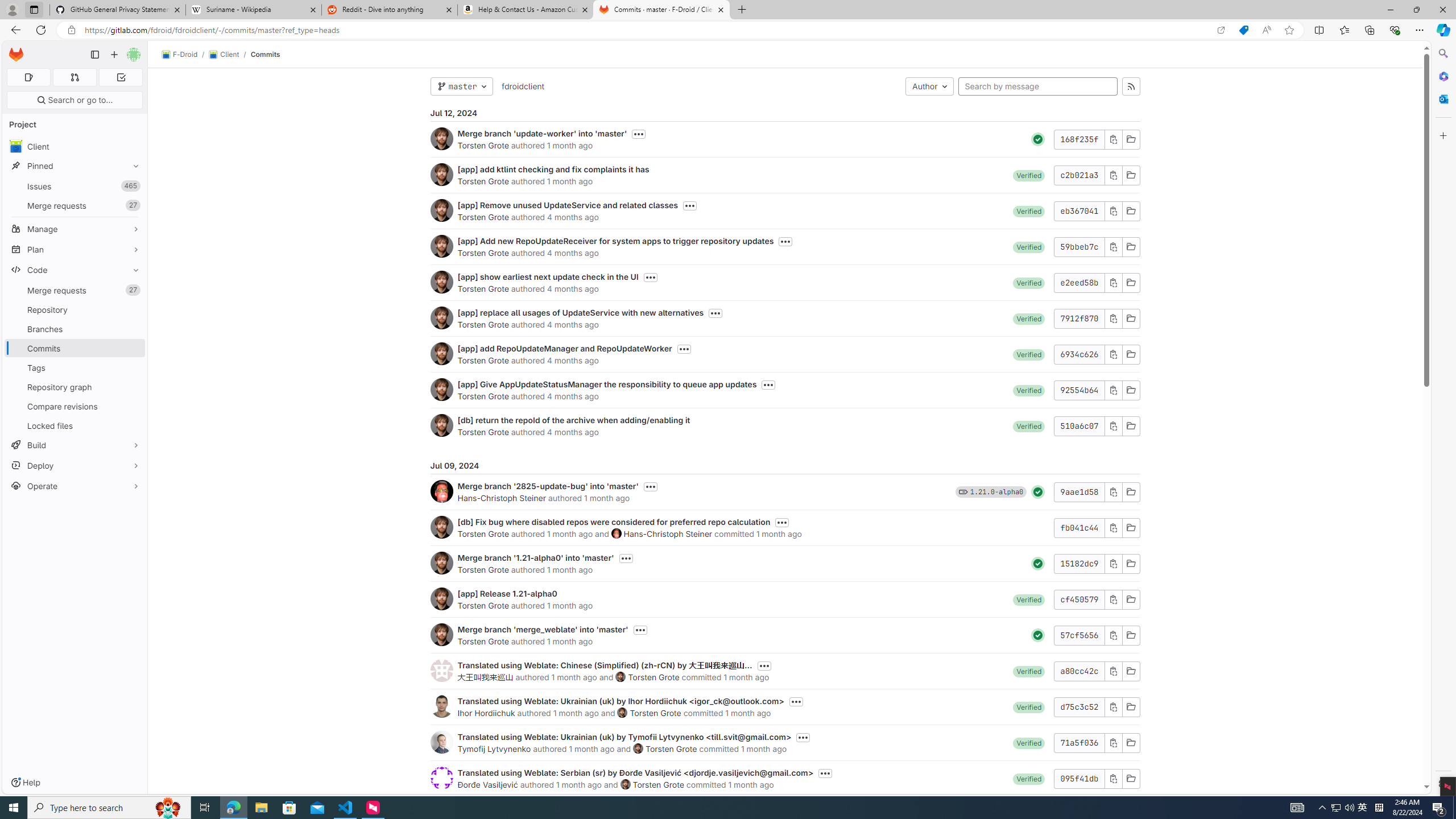 This screenshot has width=1456, height=819. What do you see at coordinates (185, 54) in the screenshot?
I see `'F-Droid/'` at bounding box center [185, 54].